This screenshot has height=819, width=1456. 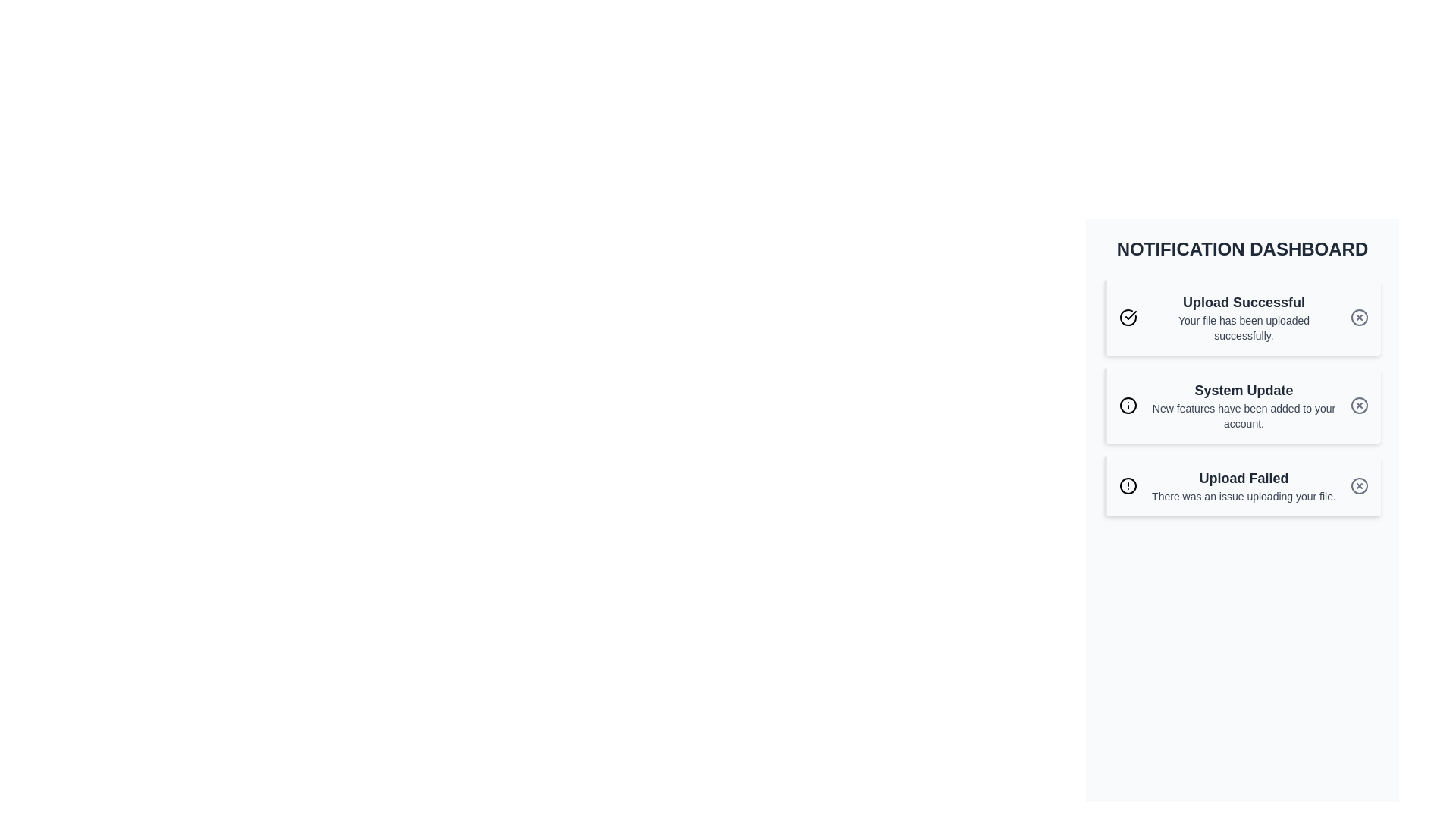 What do you see at coordinates (1244, 317) in the screenshot?
I see `text of the first notification in the notification dashboard, which indicates a successful file upload operation` at bounding box center [1244, 317].